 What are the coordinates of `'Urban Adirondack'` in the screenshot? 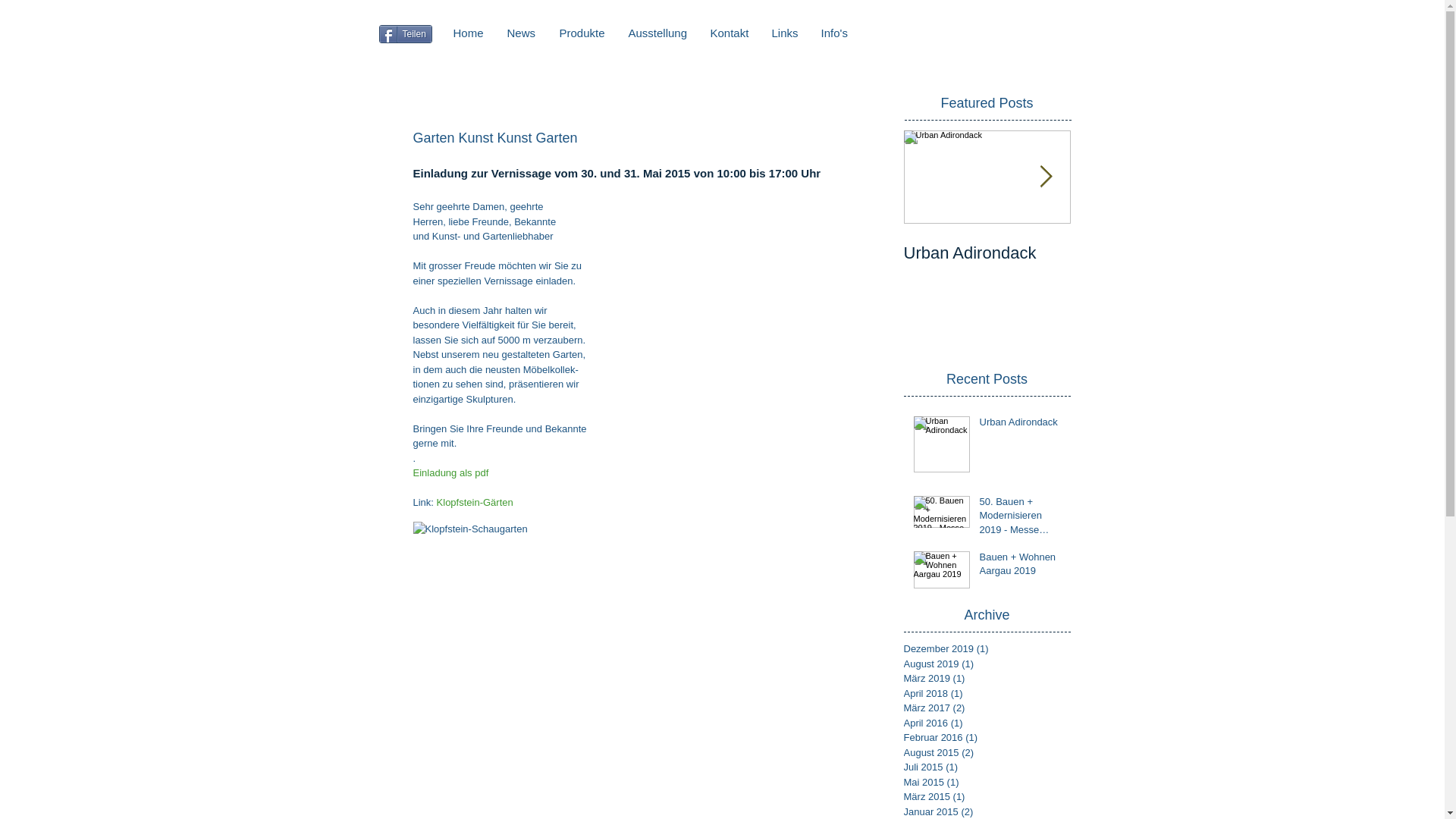 It's located at (987, 253).